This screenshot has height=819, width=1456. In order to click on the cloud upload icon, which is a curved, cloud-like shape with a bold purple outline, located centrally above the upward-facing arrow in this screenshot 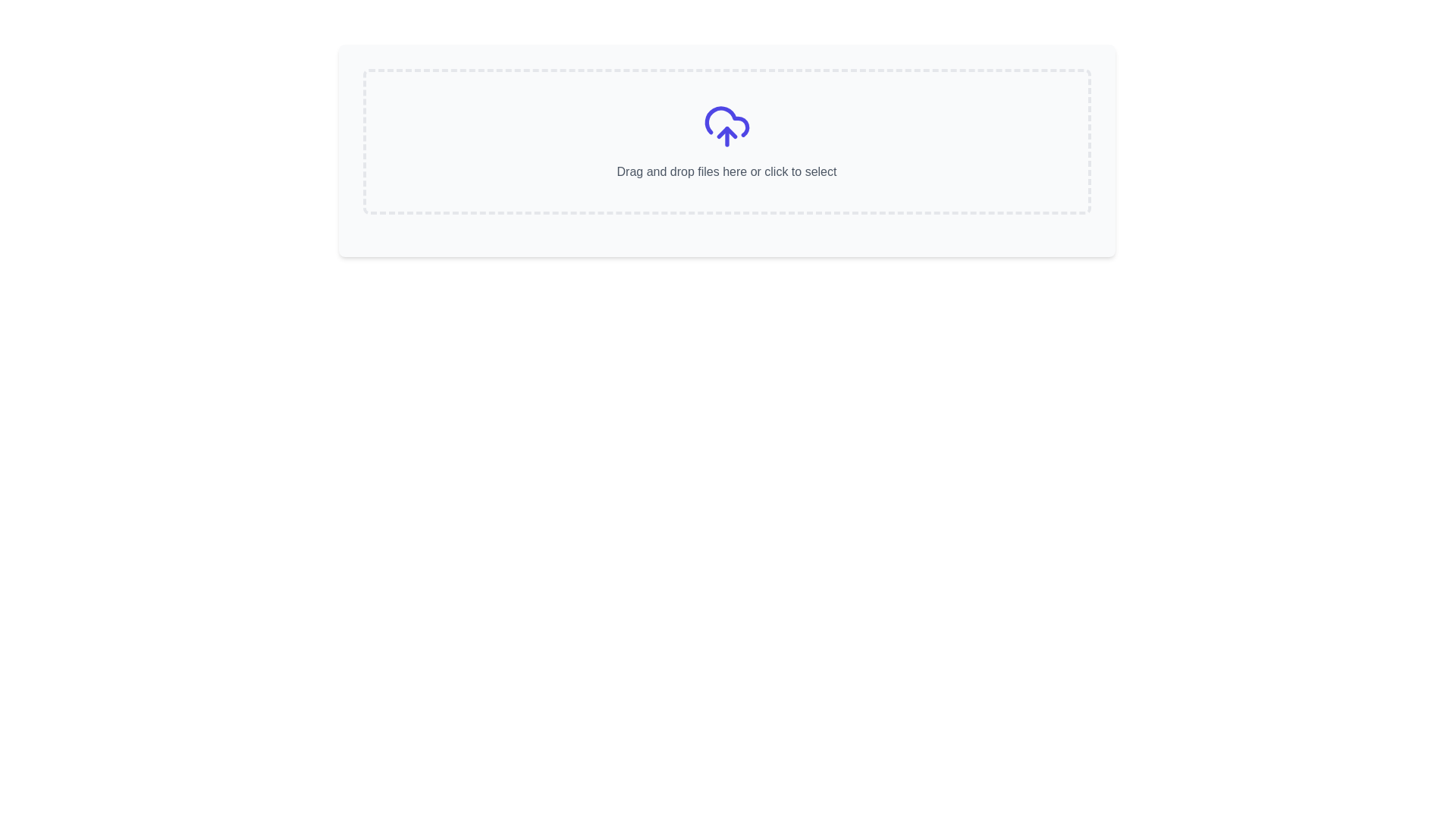, I will do `click(726, 121)`.